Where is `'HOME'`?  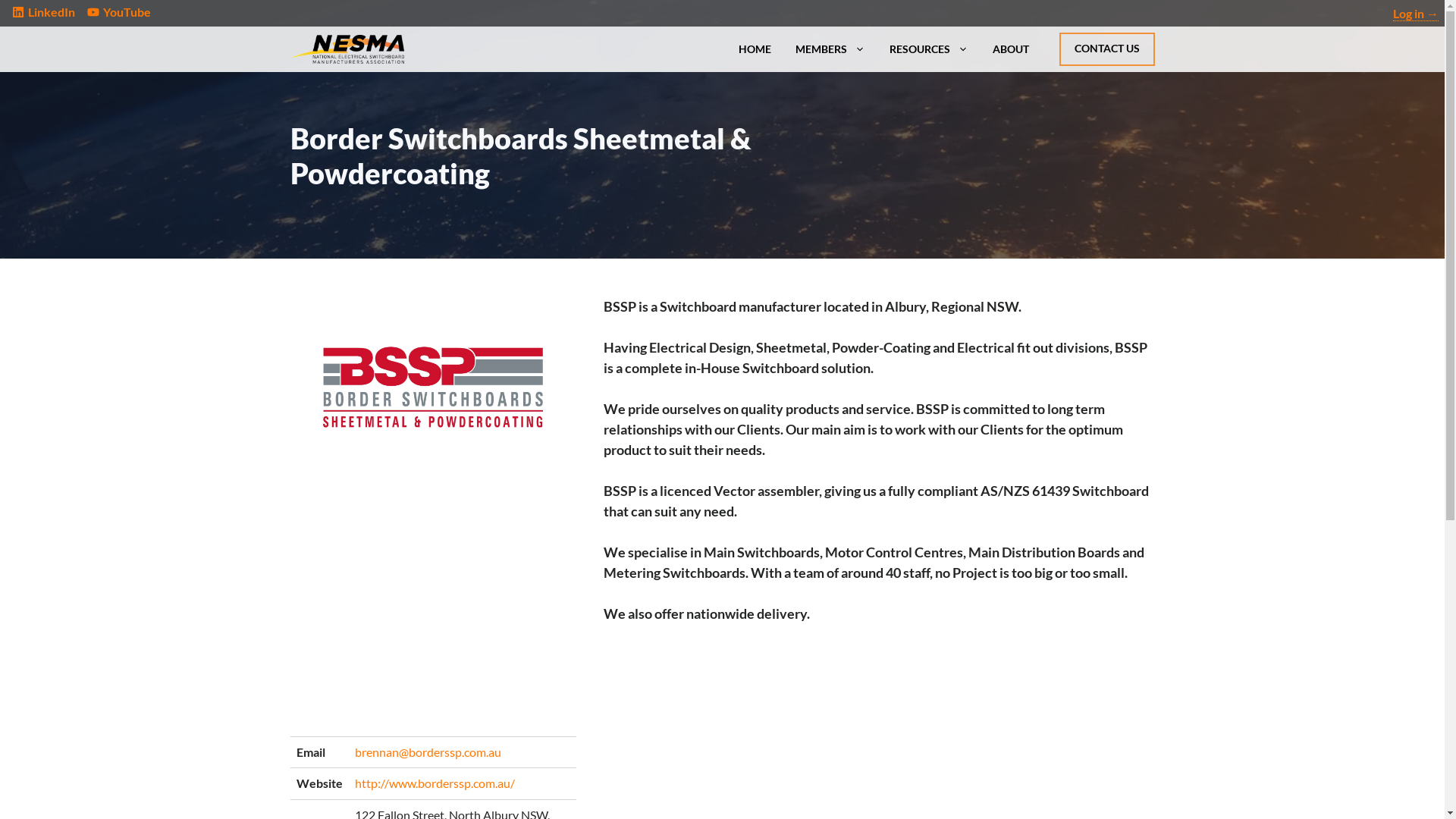
'HOME' is located at coordinates (755, 49).